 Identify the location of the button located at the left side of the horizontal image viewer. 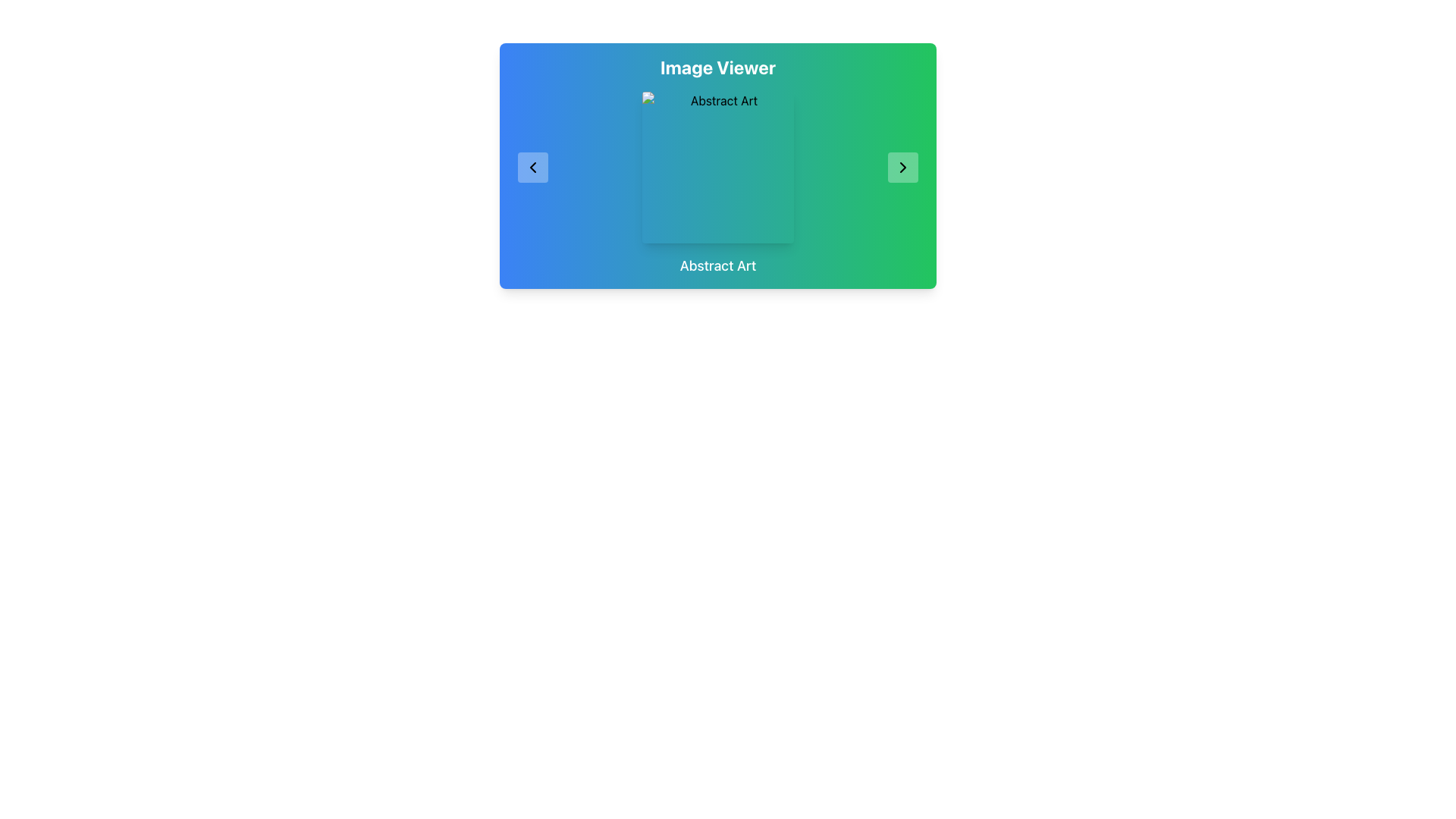
(532, 167).